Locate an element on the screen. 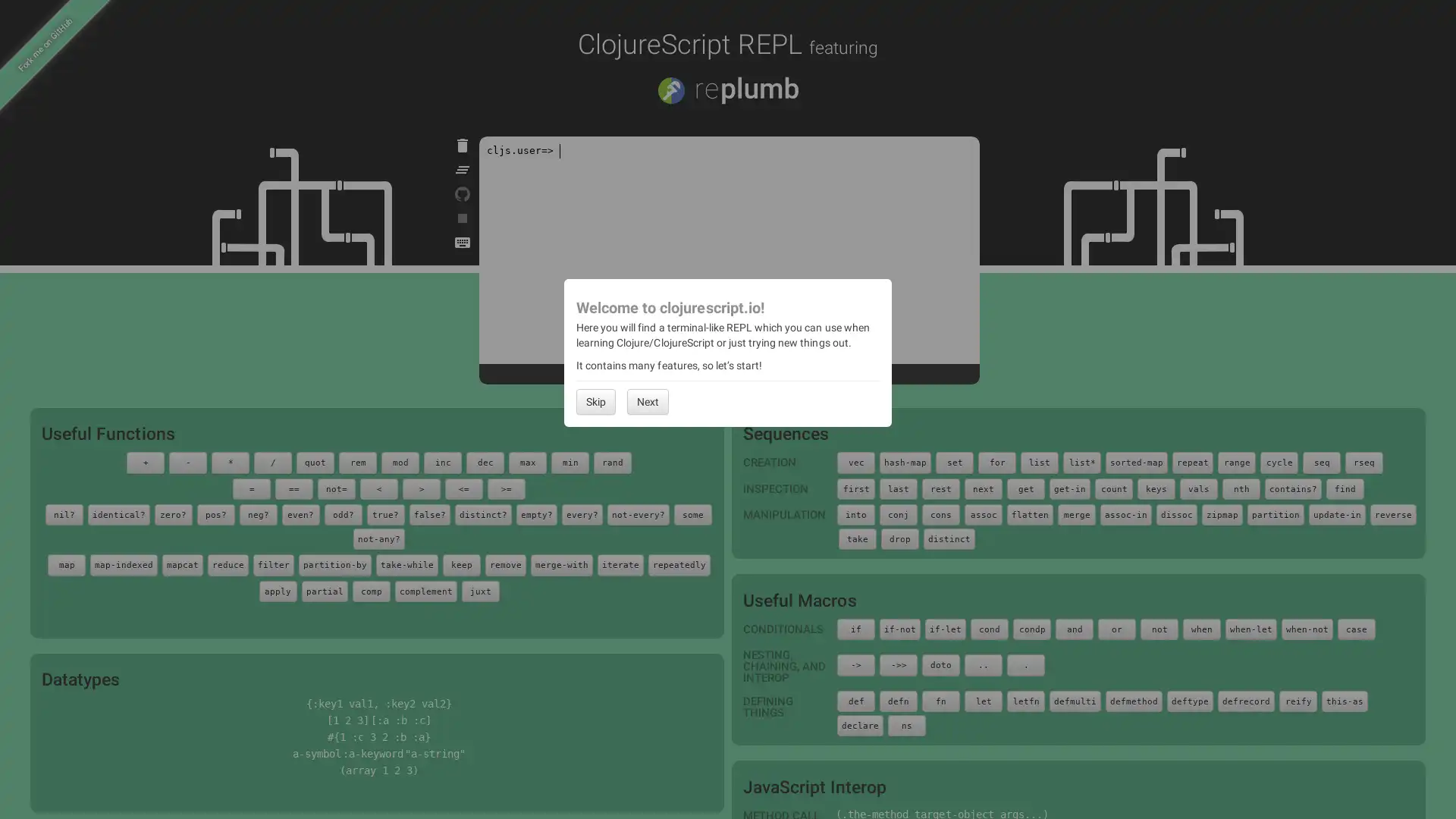  map is located at coordinates (65, 564).